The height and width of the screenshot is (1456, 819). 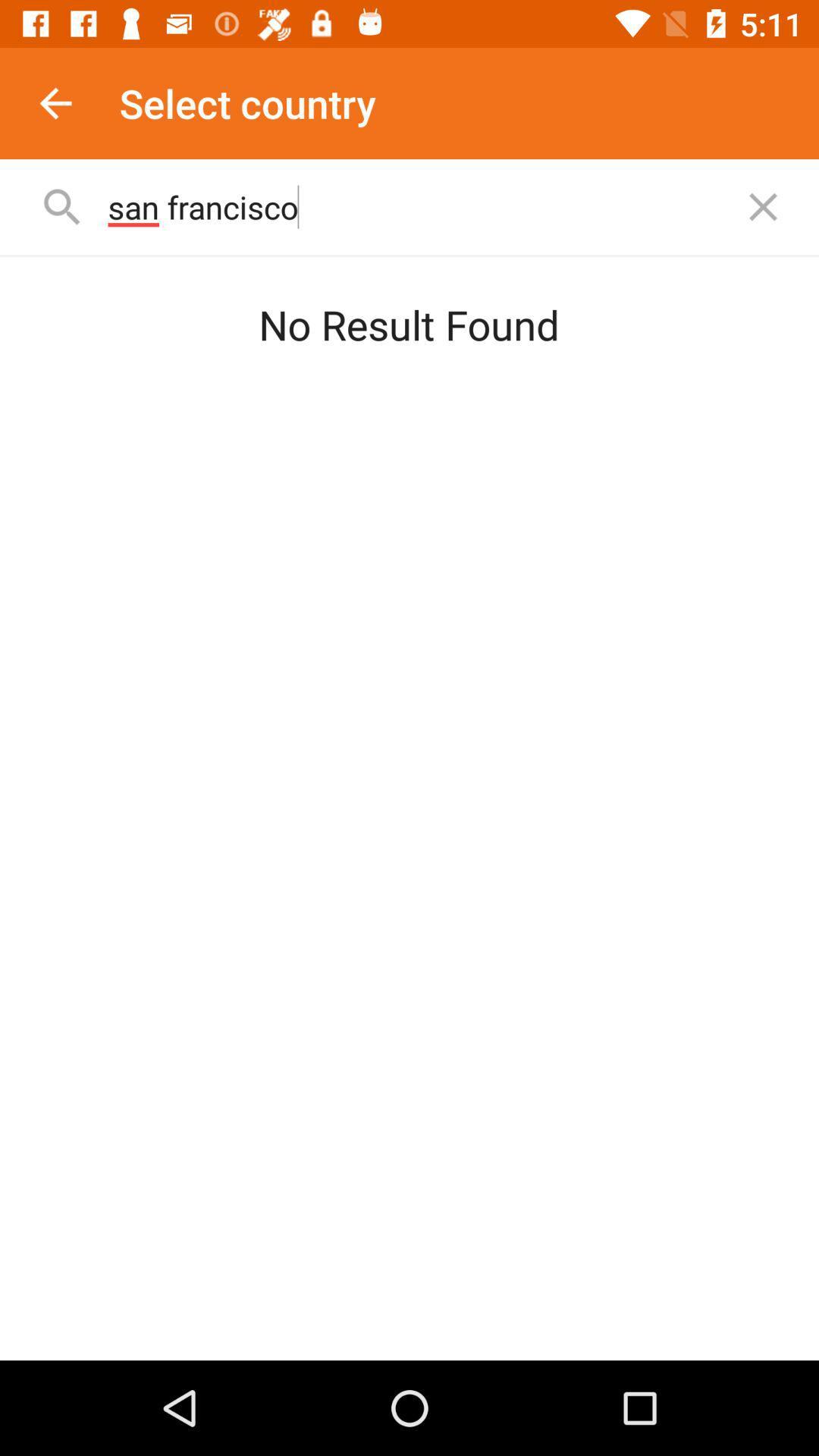 What do you see at coordinates (763, 206) in the screenshot?
I see `icon to the right of the san francisco` at bounding box center [763, 206].